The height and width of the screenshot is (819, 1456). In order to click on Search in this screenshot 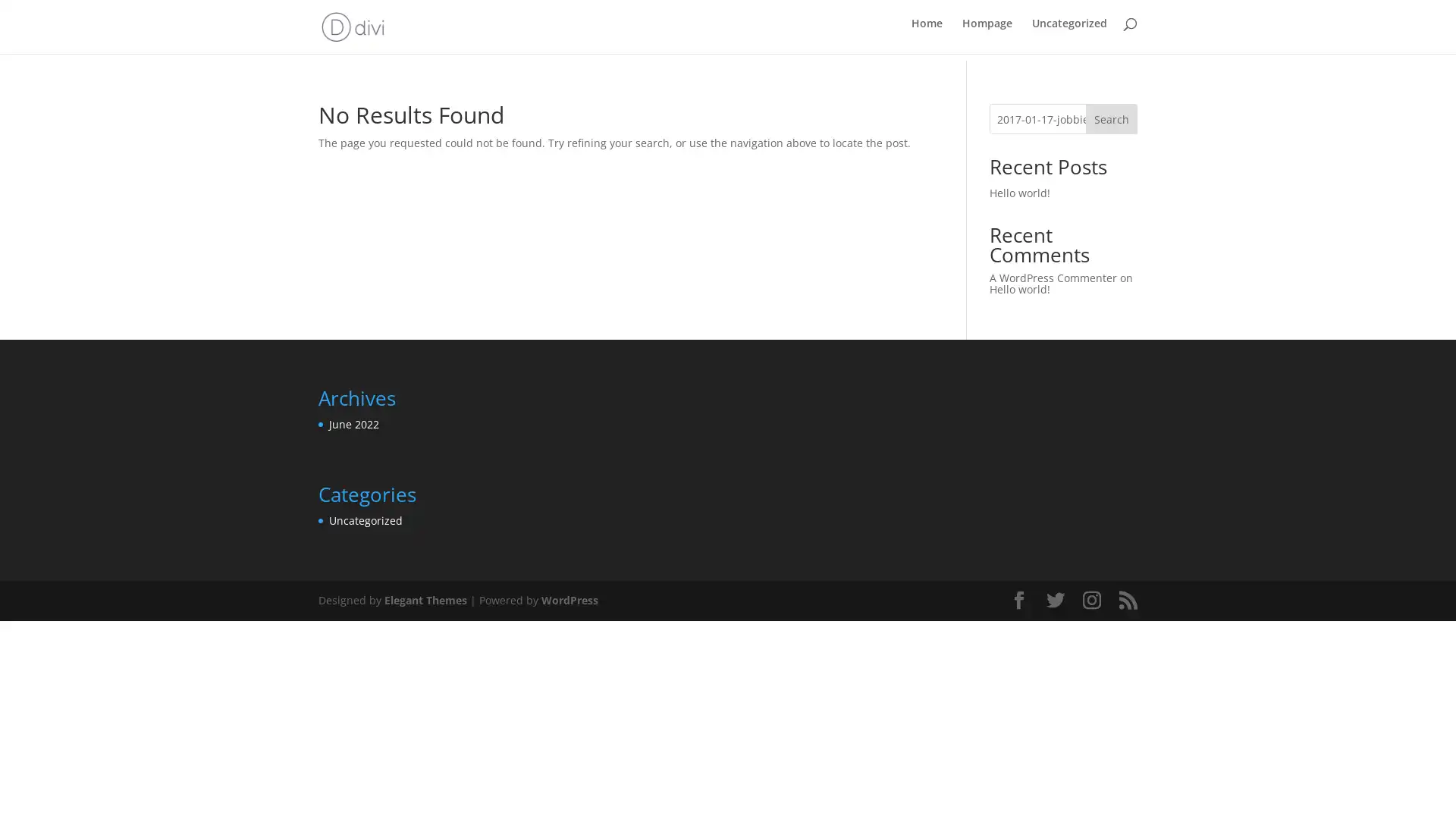, I will do `click(1111, 114)`.